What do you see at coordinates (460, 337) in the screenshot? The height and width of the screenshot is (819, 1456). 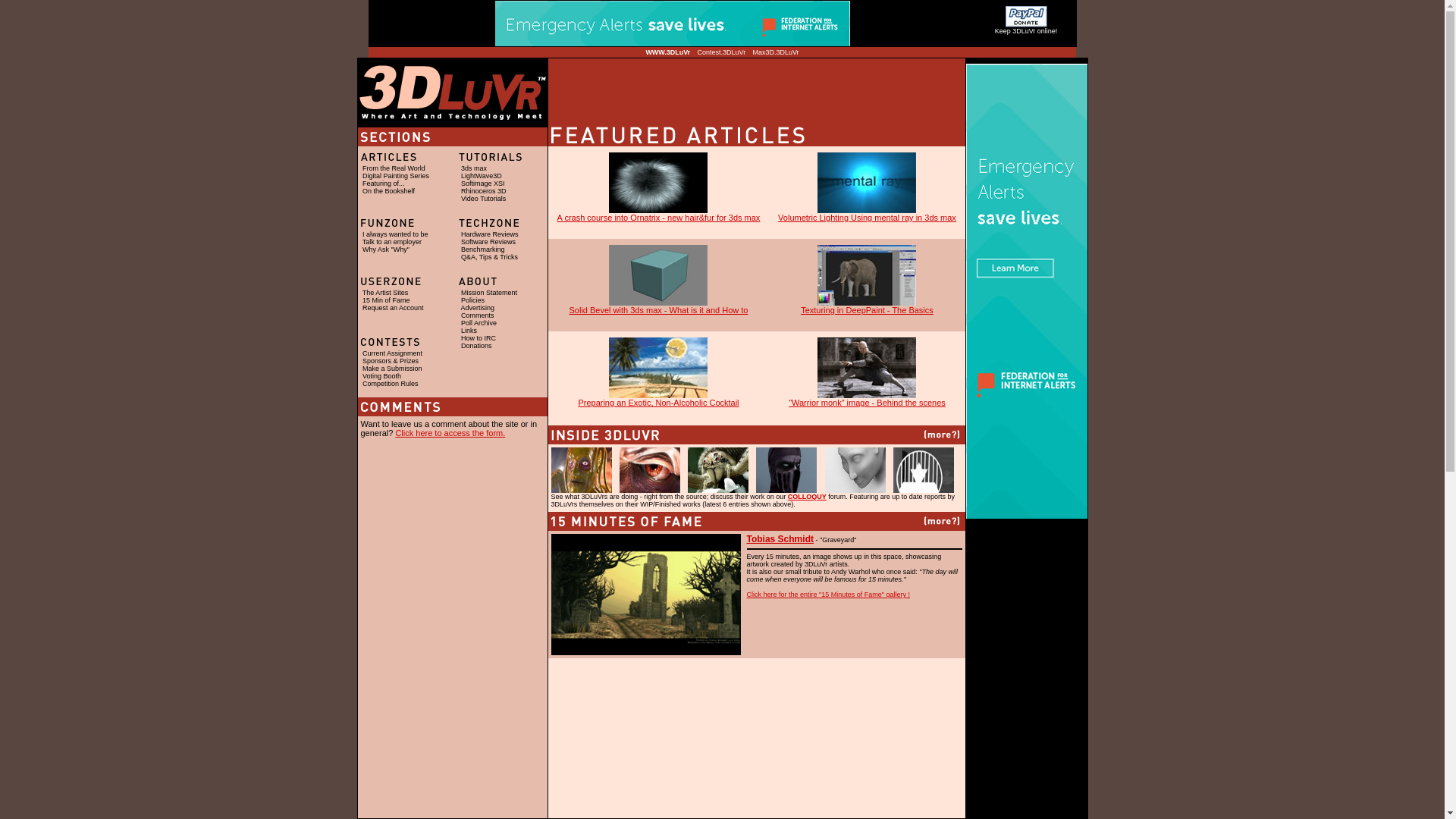 I see `'How to IRC'` at bounding box center [460, 337].